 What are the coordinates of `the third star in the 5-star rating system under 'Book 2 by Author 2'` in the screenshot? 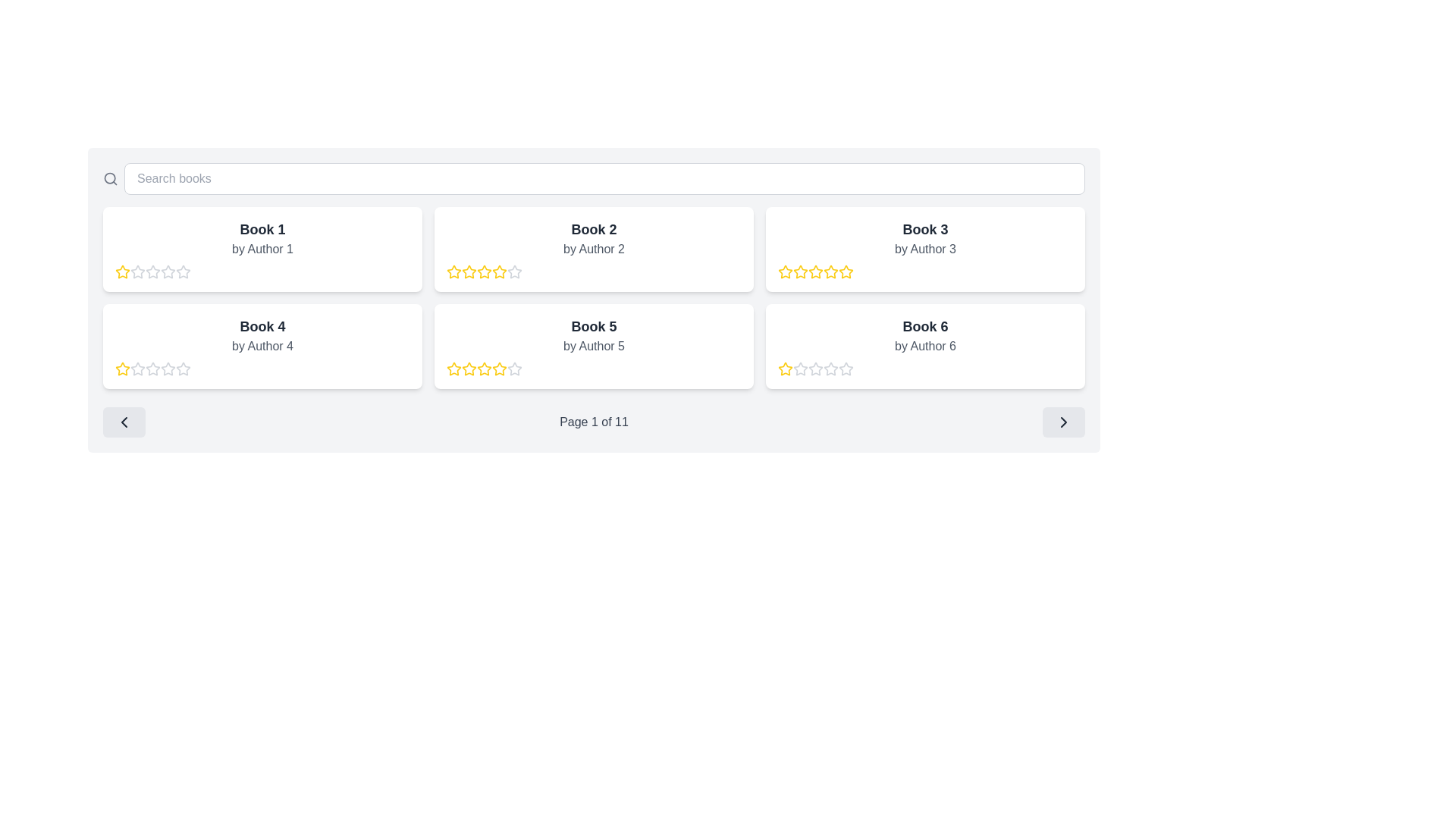 It's located at (469, 271).